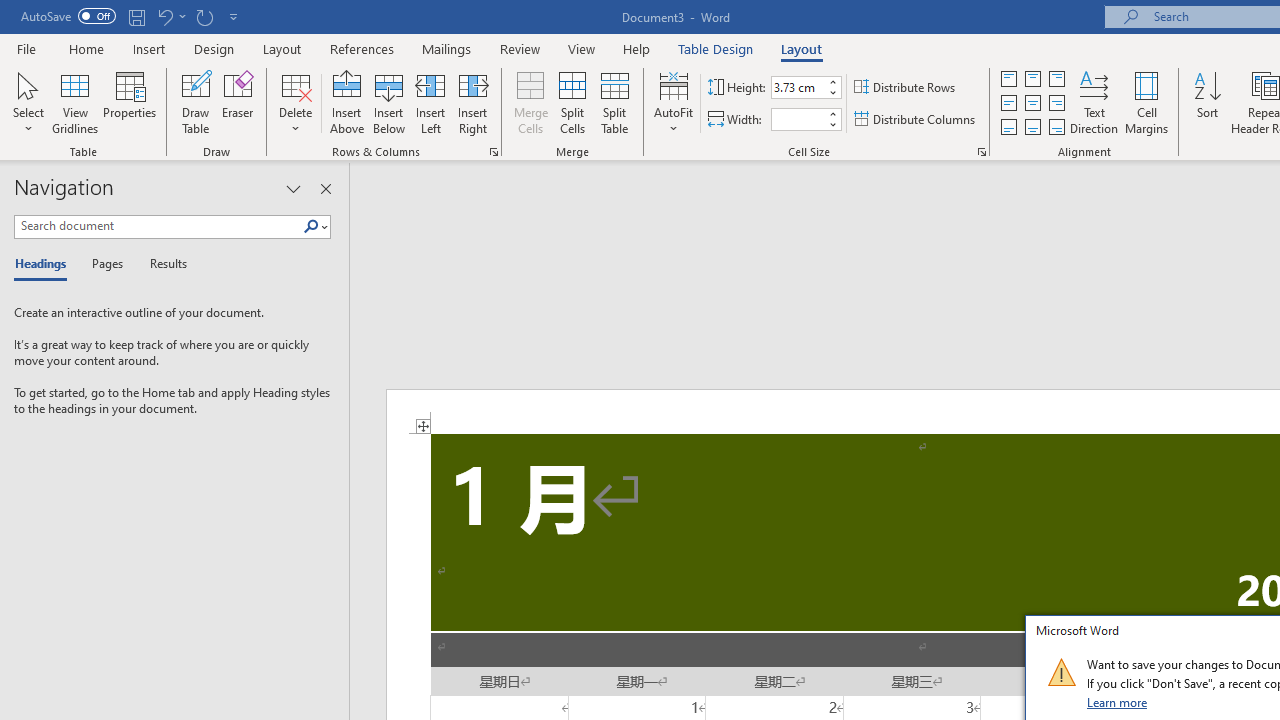 This screenshot has width=1280, height=720. I want to click on 'Draw Table', so click(196, 103).